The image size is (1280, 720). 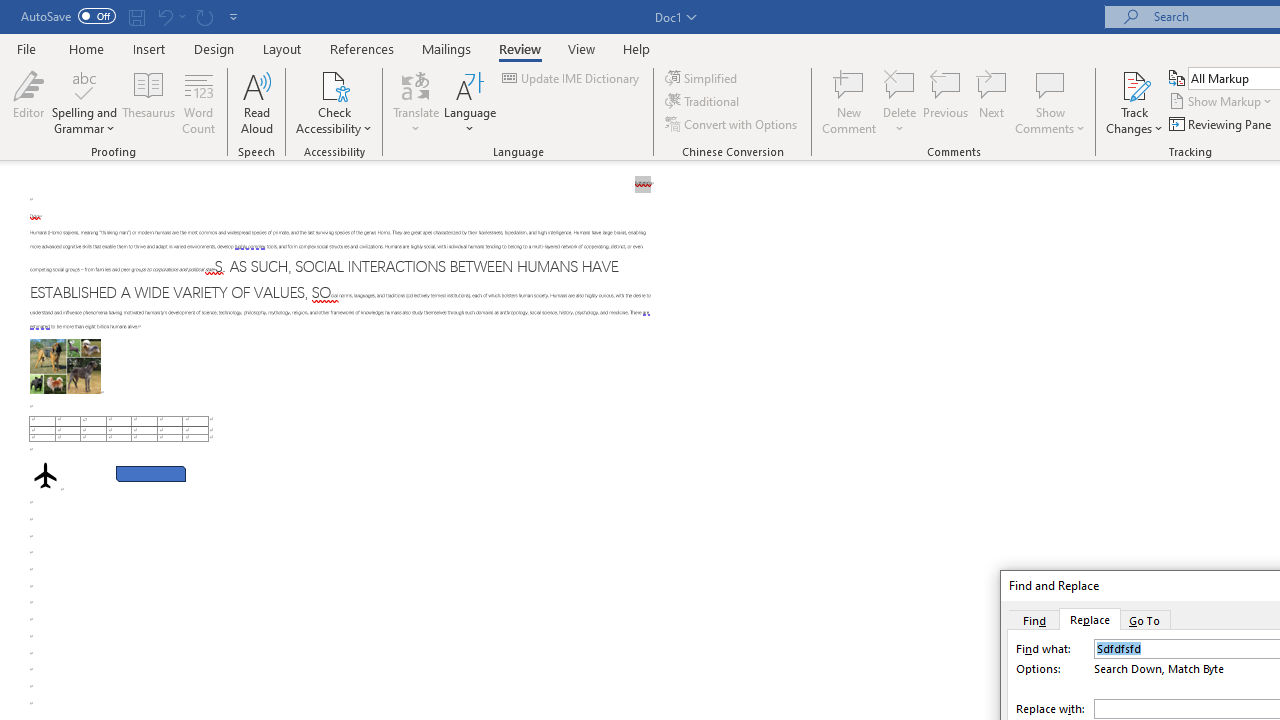 What do you see at coordinates (170, 16) in the screenshot?
I see `'Undo Paragraph Alignment'` at bounding box center [170, 16].